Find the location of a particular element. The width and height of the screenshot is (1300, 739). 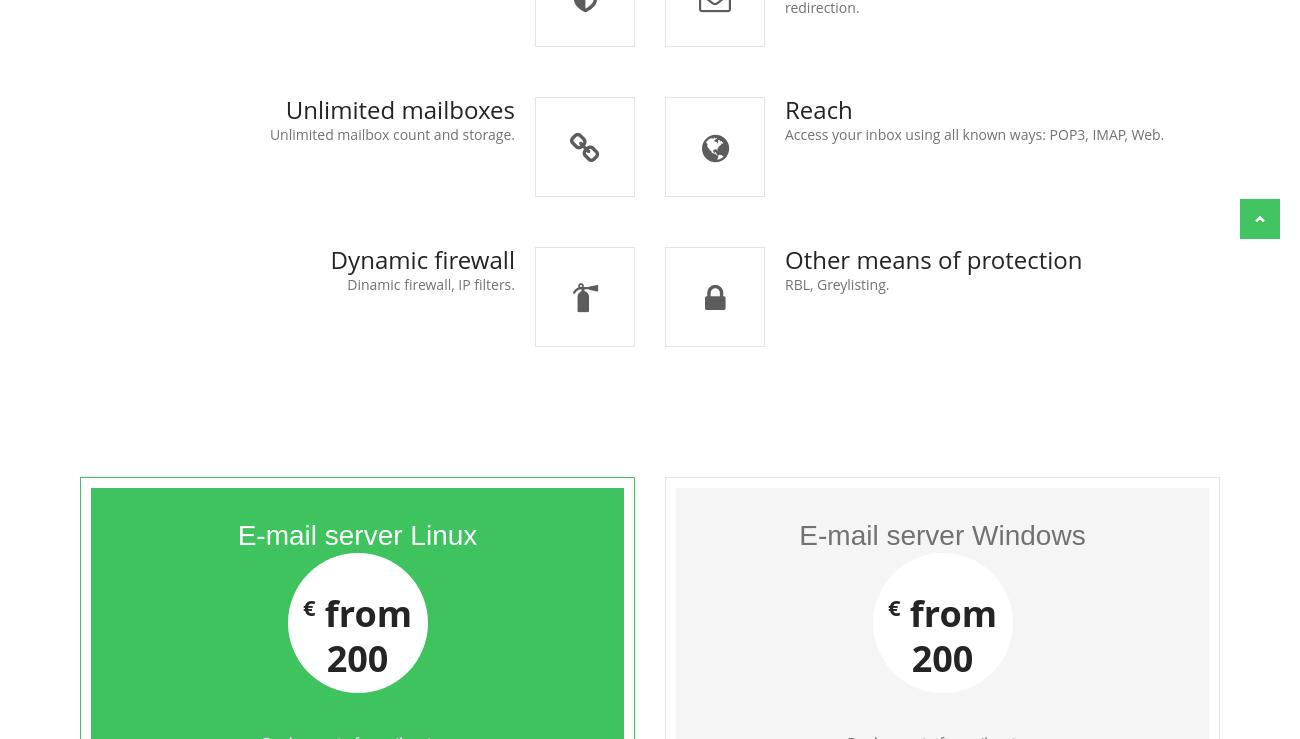

'E-mail server Linux' is located at coordinates (355, 535).